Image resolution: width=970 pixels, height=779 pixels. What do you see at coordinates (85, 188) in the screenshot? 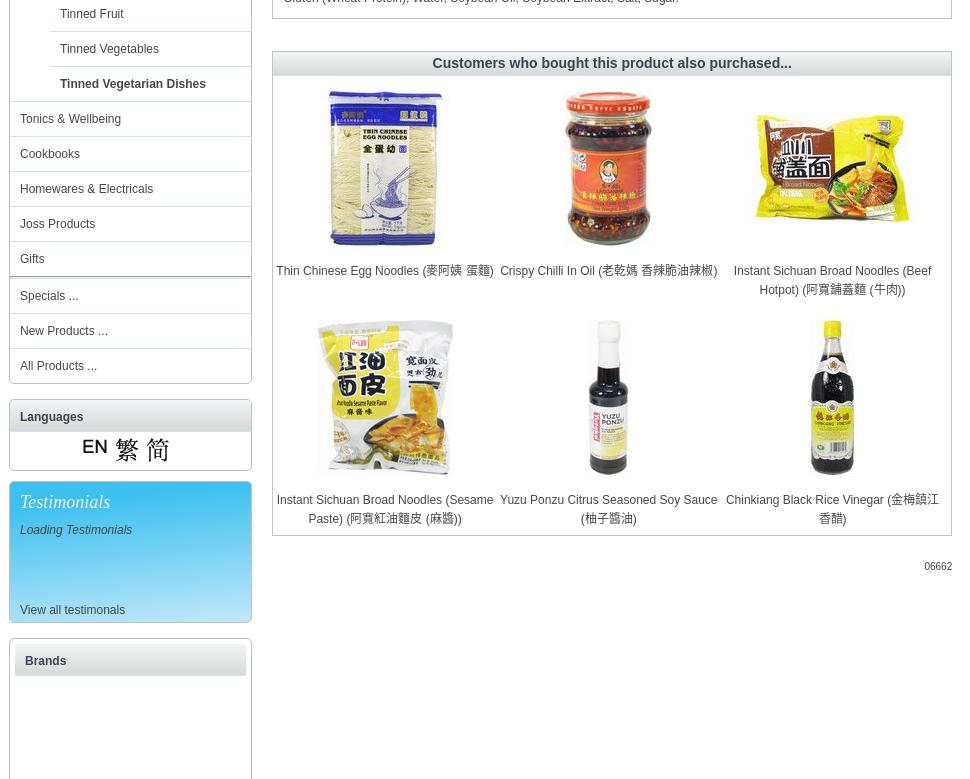
I see `'Homewares & Electricals'` at bounding box center [85, 188].